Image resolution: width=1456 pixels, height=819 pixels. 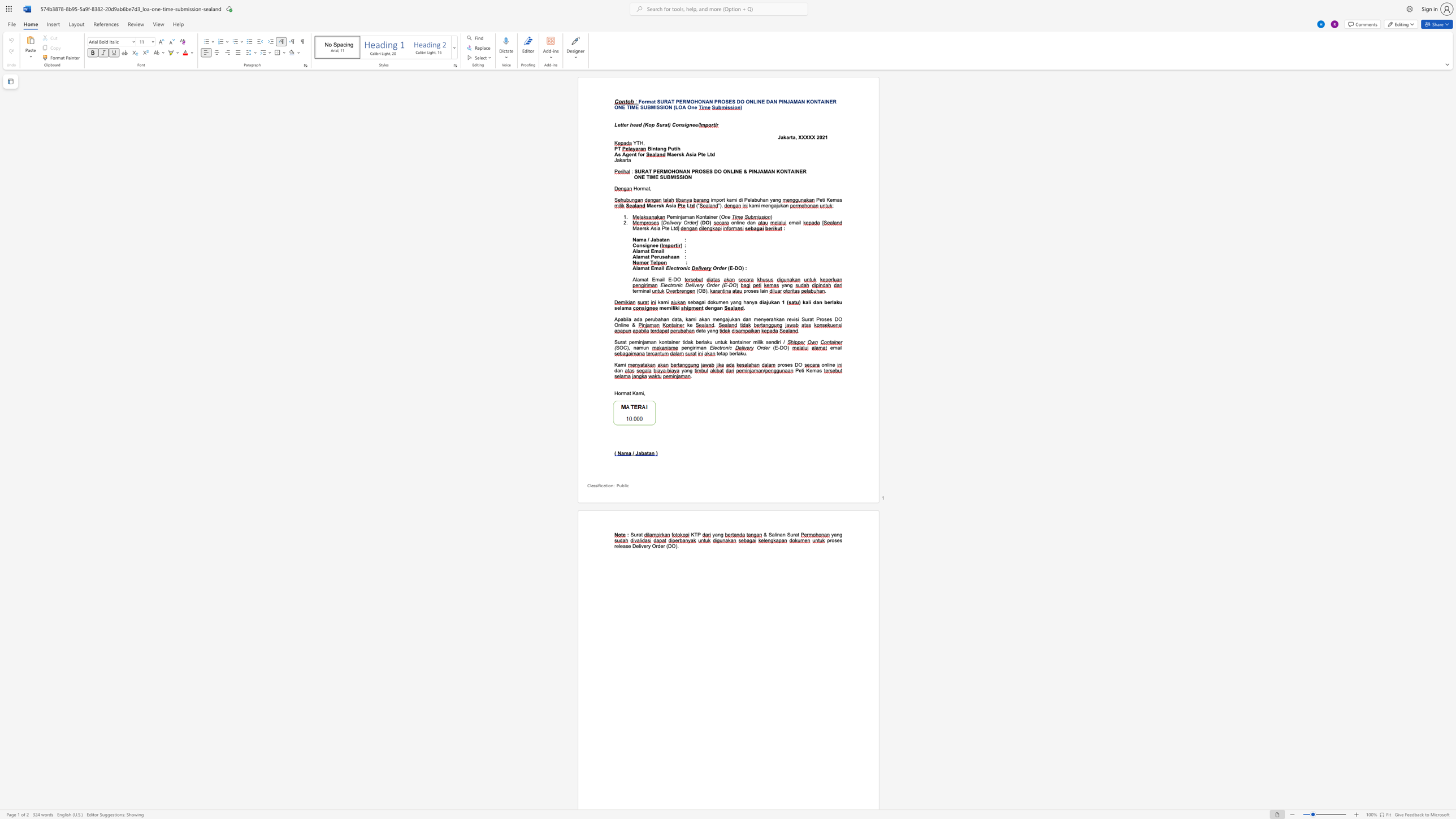 What do you see at coordinates (791, 137) in the screenshot?
I see `the subset text "ta" within the text "Jakarta, XXXXX"` at bounding box center [791, 137].